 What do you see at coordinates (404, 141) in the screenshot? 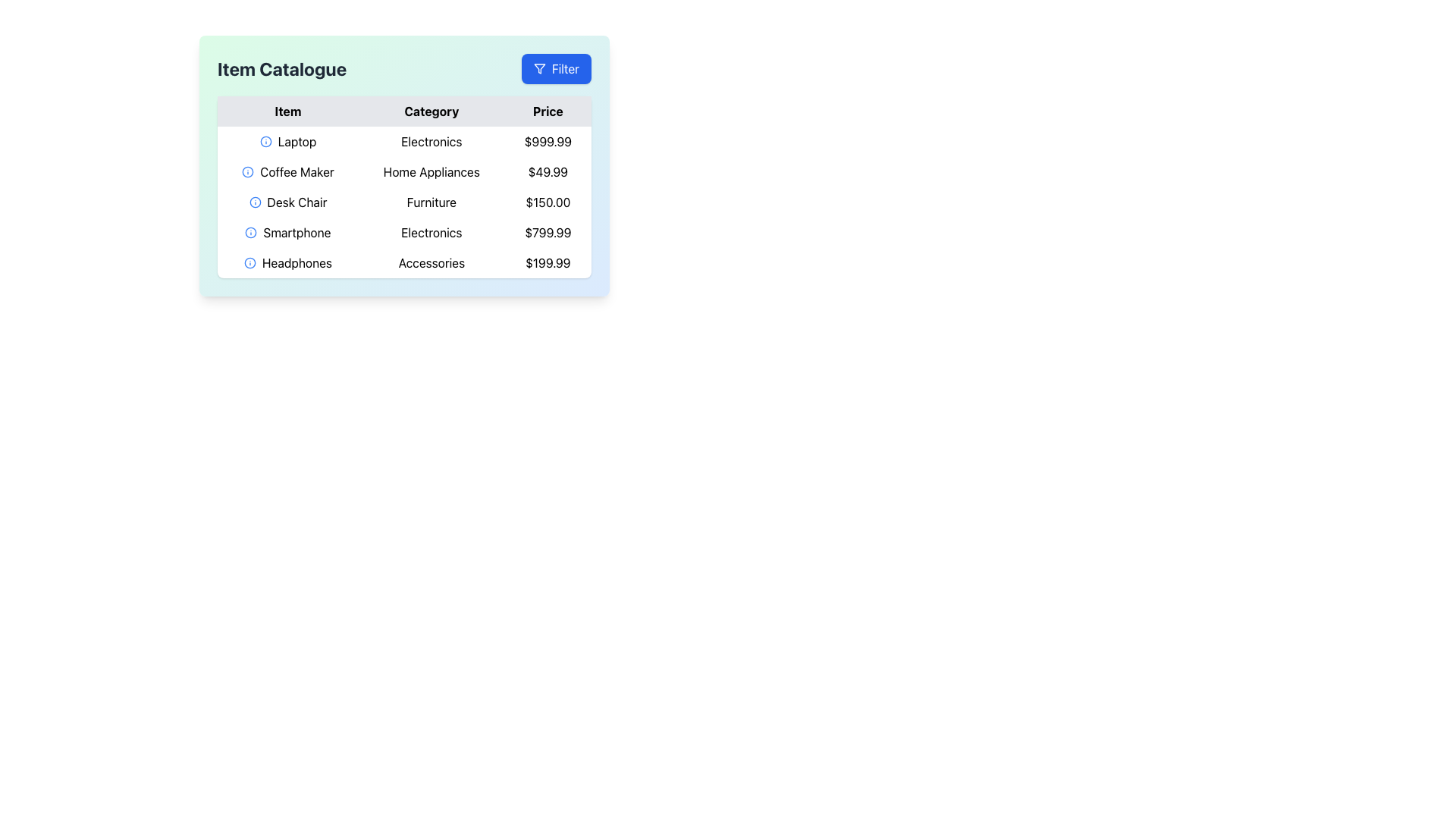
I see `the first row of the Item Catalogue table that contains 'Laptop', 'Electronics', and '$999.99' for details` at bounding box center [404, 141].